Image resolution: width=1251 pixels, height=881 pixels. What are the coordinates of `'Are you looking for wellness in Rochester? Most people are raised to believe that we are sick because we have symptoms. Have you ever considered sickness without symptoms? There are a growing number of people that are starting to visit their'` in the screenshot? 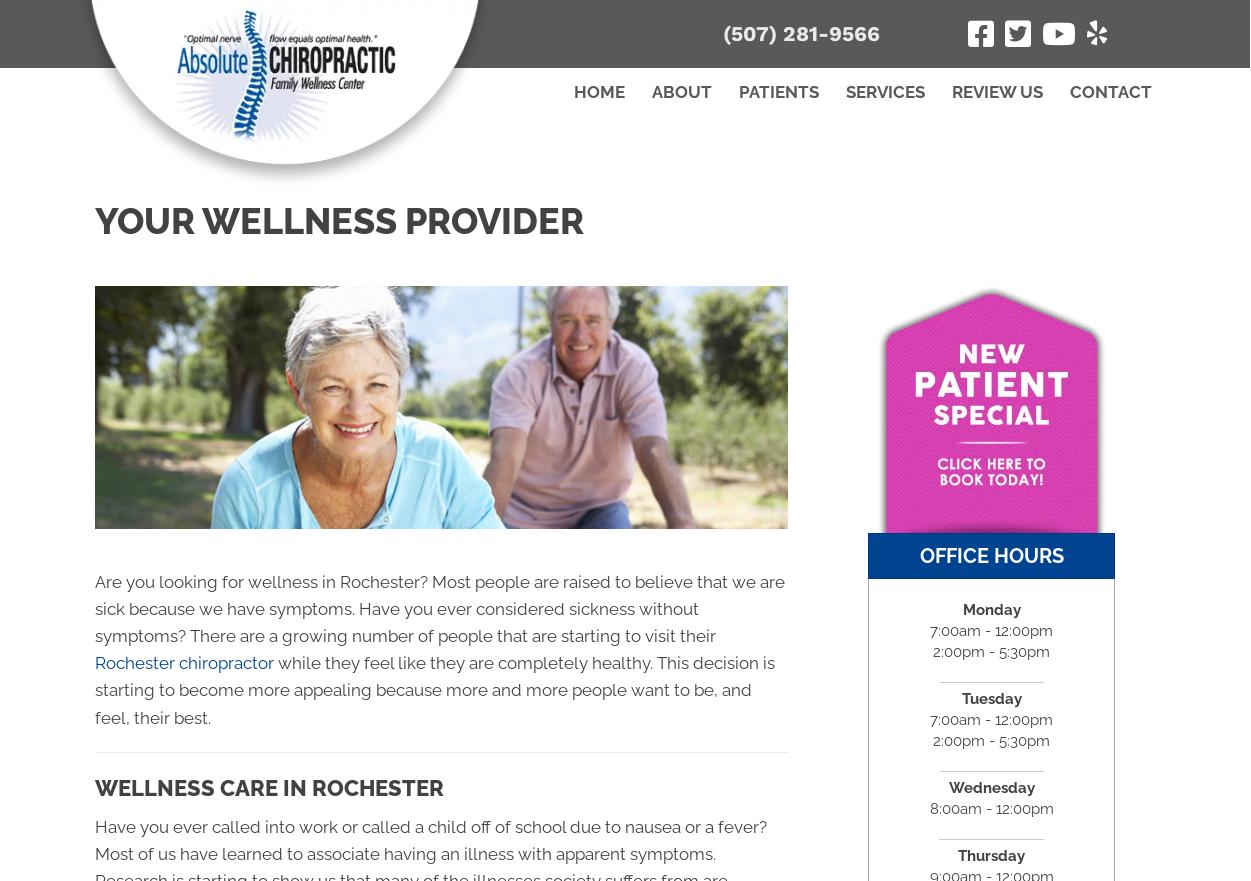 It's located at (93, 608).